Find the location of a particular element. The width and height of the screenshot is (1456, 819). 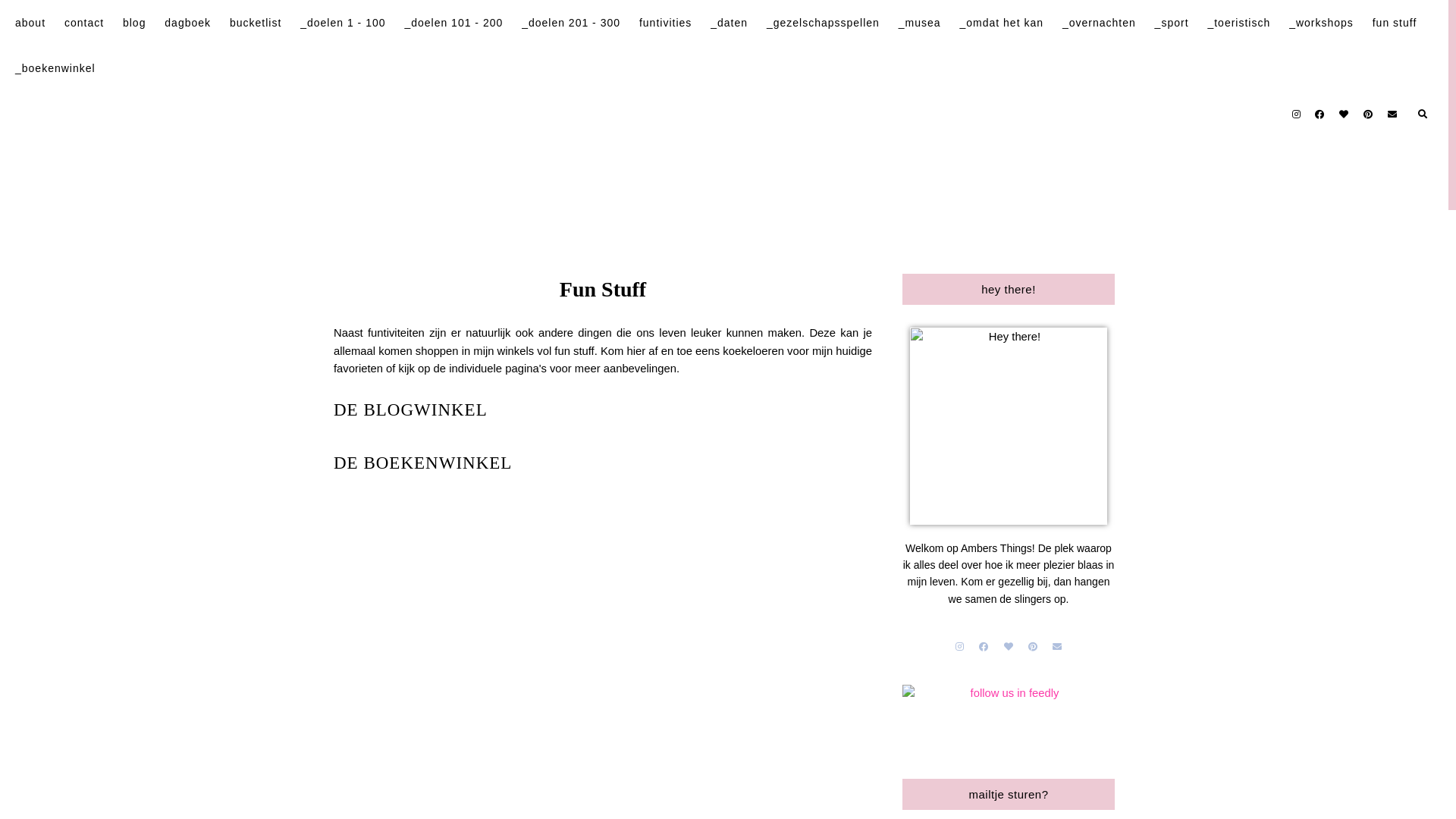

'_toeristisch' is located at coordinates (1238, 23).